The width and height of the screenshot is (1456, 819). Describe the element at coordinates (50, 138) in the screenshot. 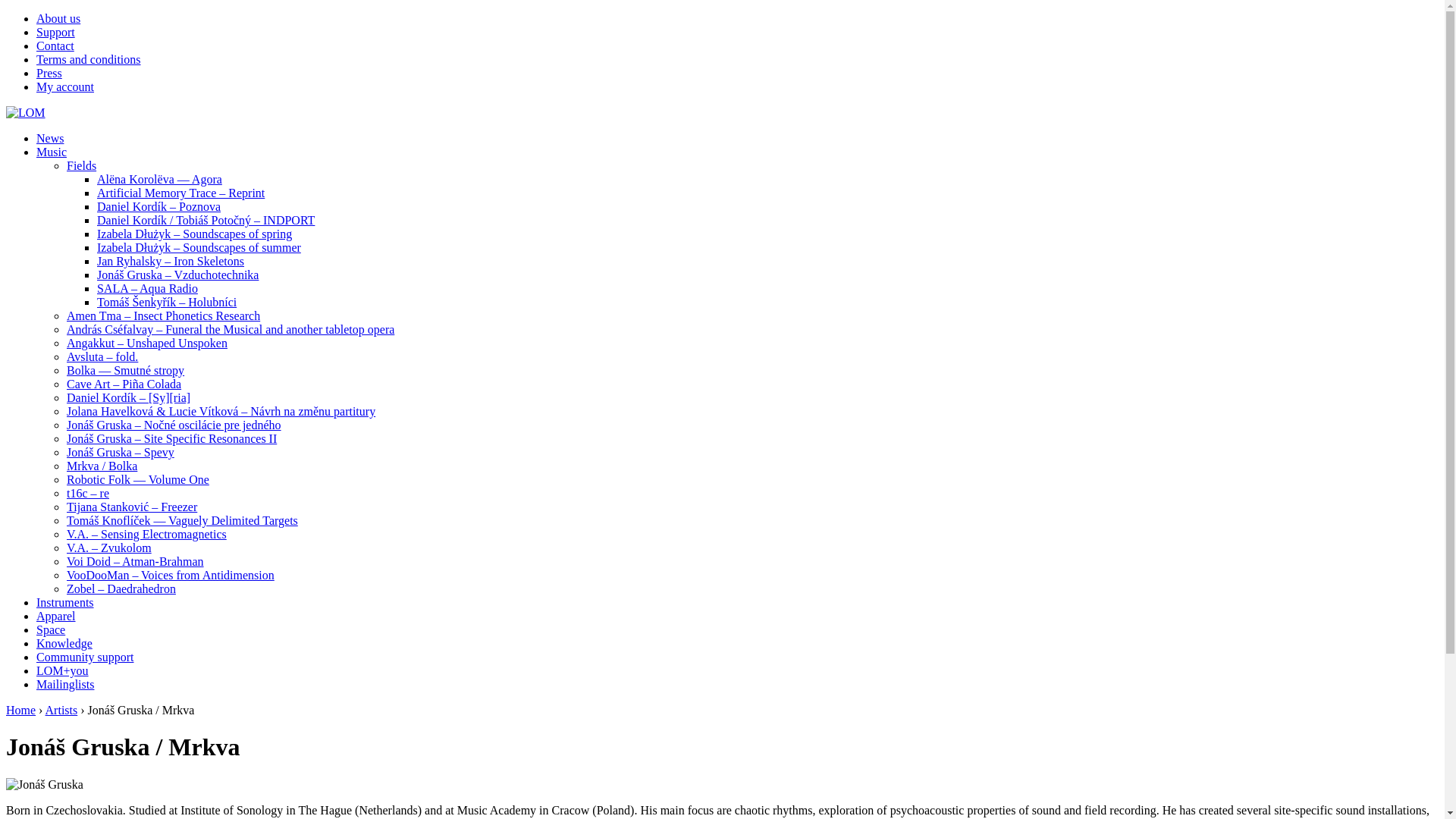

I see `'News'` at that location.